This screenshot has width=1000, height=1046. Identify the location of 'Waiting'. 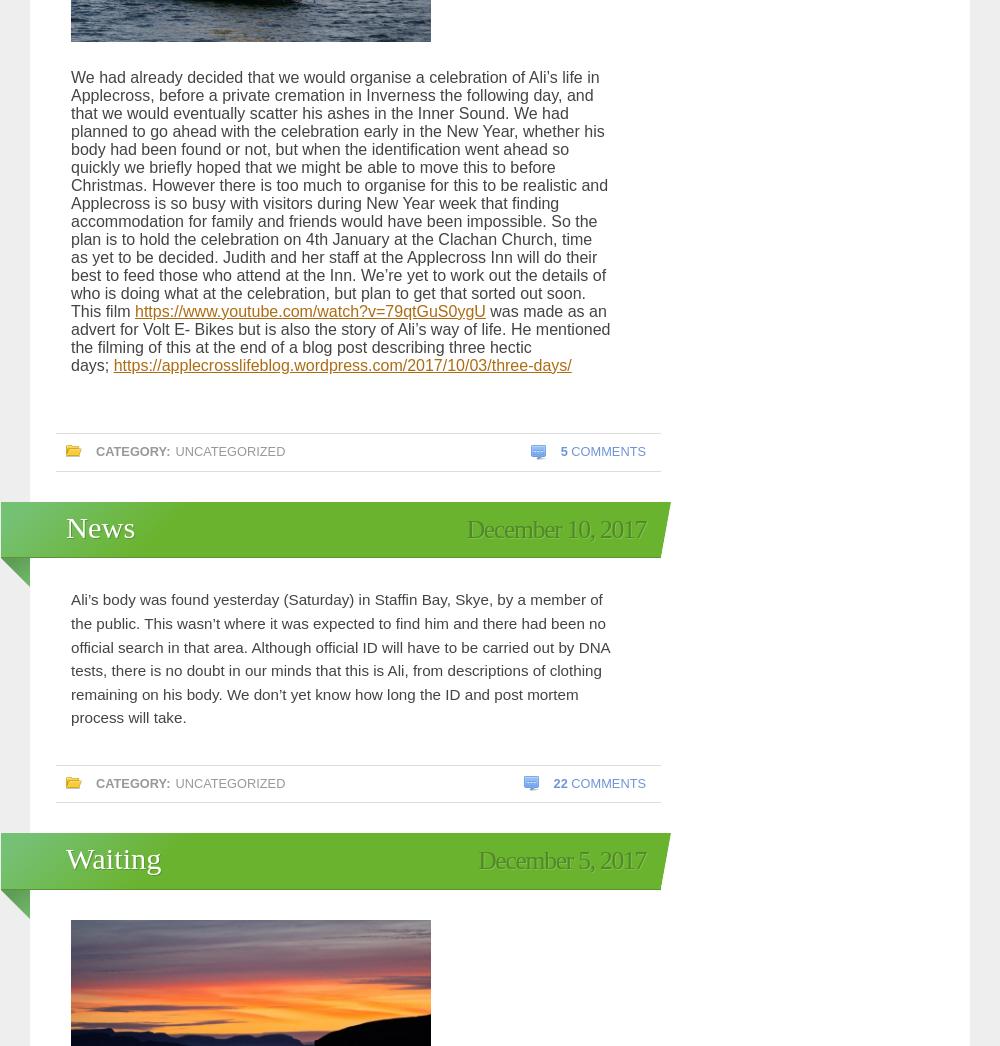
(112, 857).